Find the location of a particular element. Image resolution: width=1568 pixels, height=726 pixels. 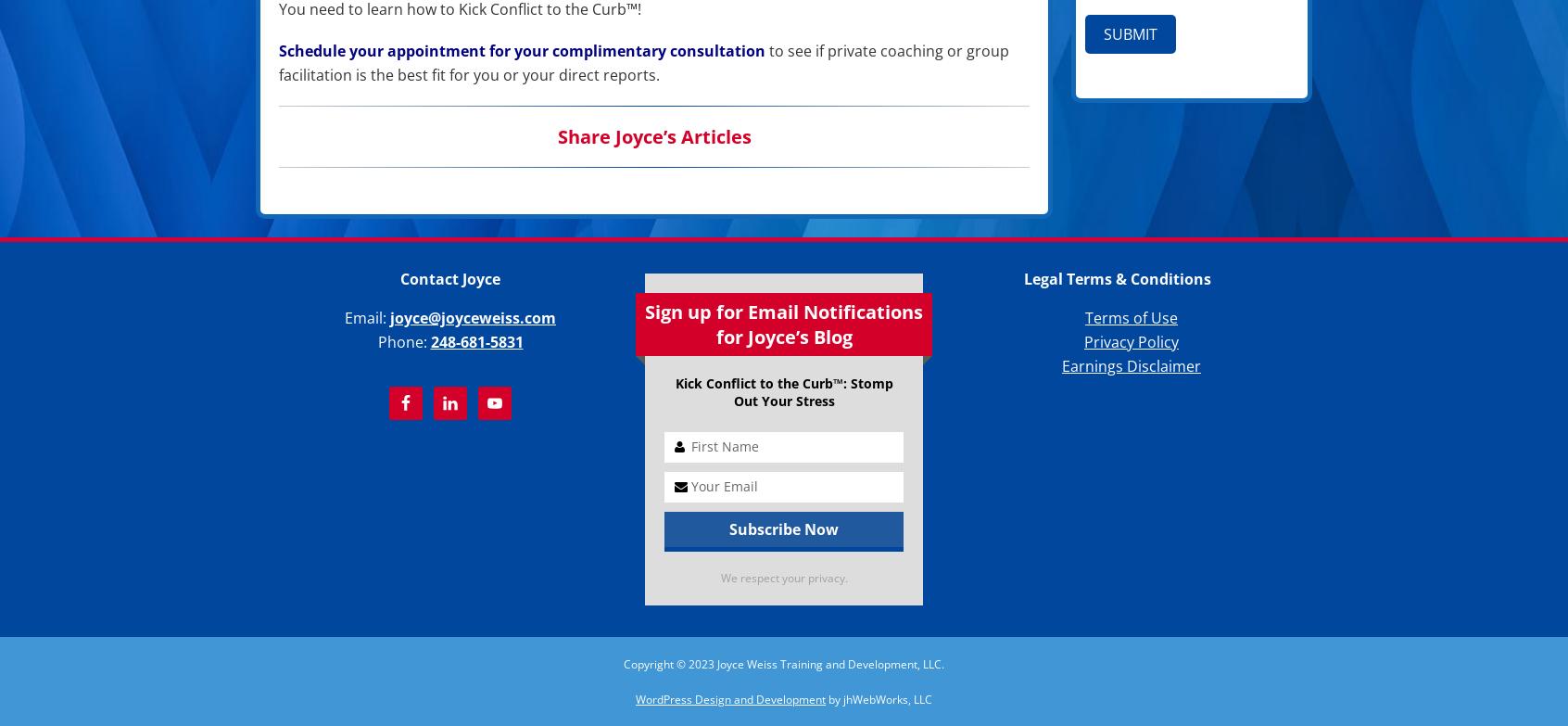

'Phone:' is located at coordinates (402, 342).